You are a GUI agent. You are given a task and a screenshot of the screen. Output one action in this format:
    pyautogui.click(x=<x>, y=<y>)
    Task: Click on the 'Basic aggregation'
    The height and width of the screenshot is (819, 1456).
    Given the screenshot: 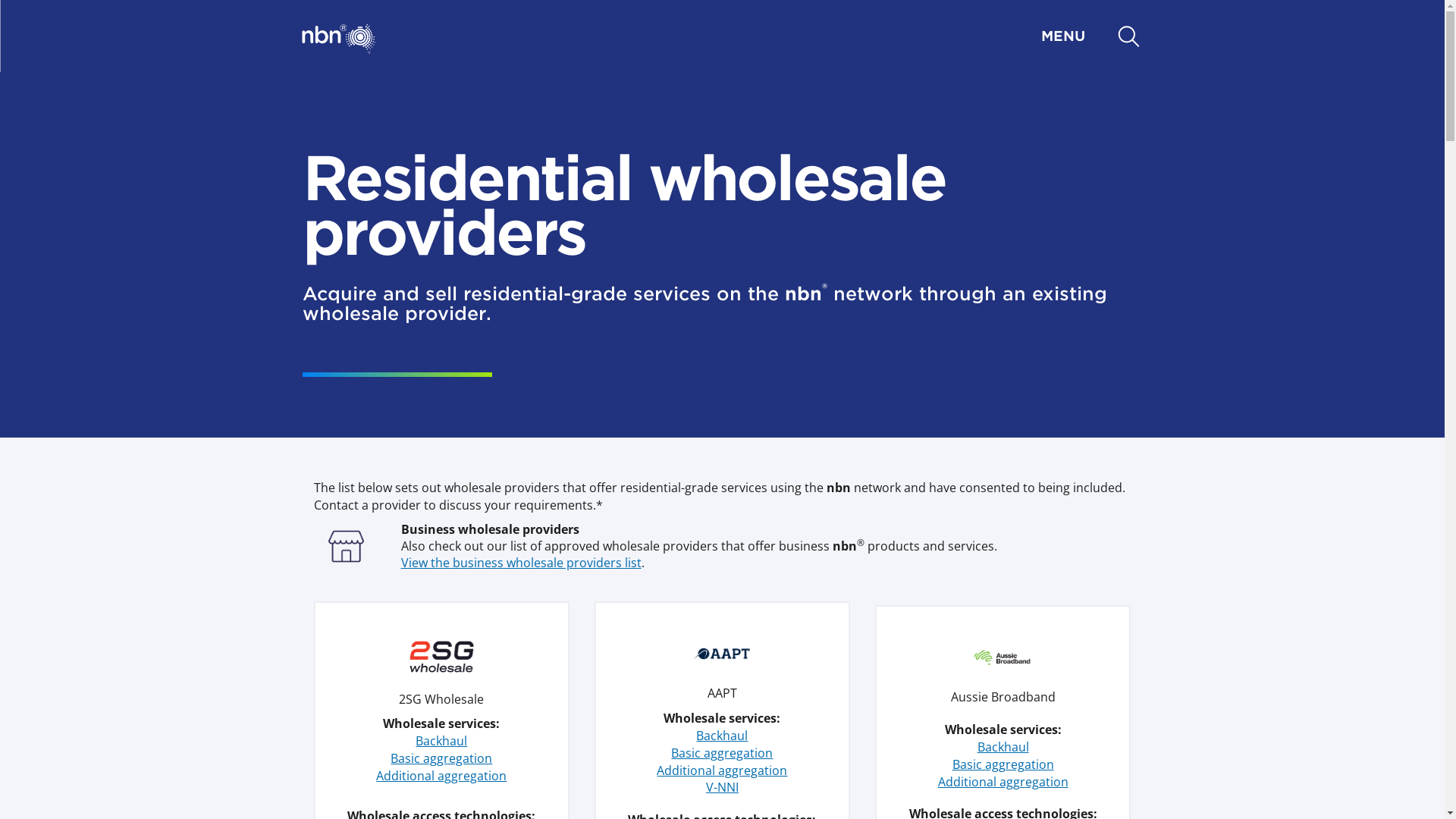 What is the action you would take?
    pyautogui.click(x=670, y=752)
    